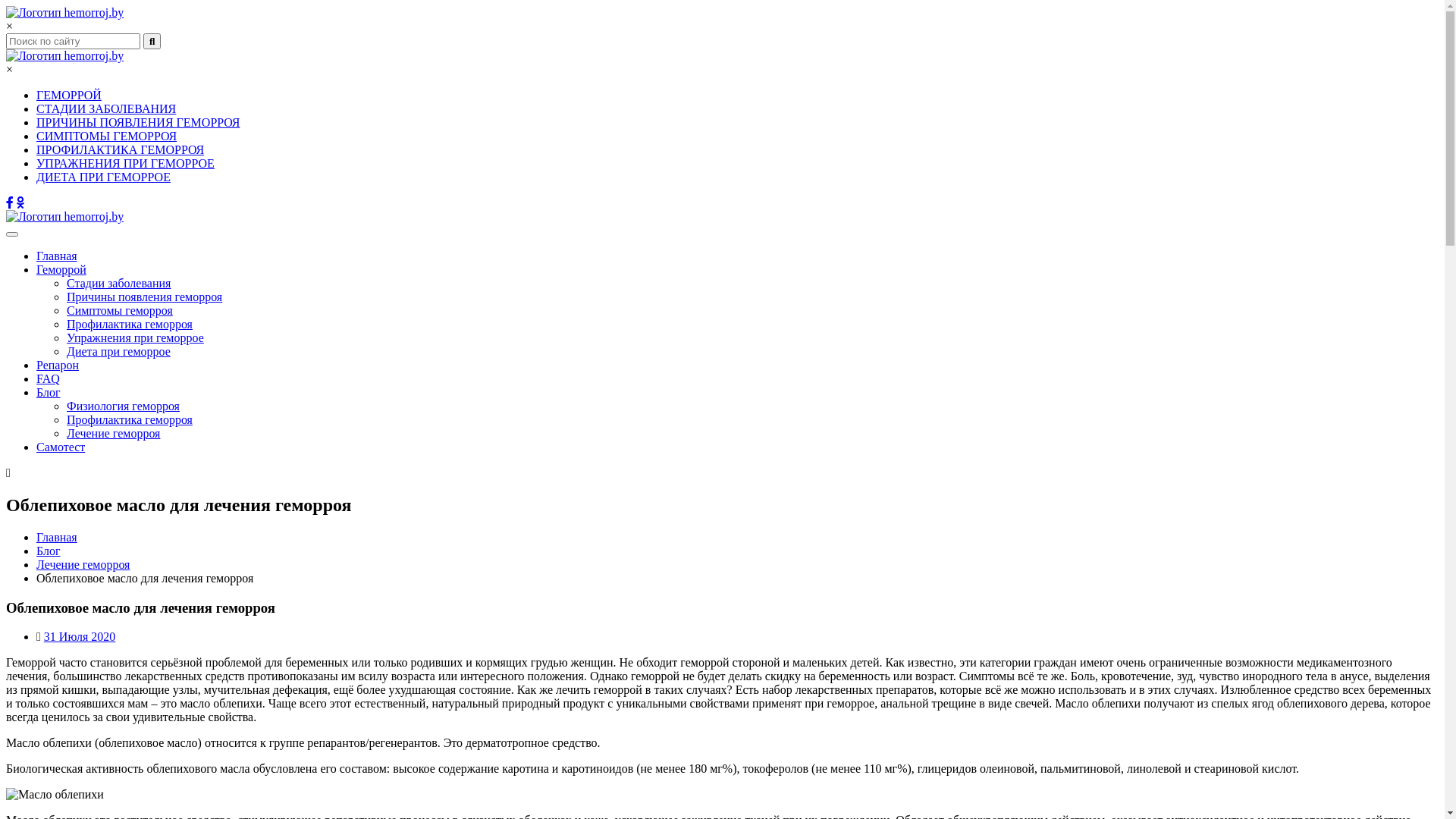  What do you see at coordinates (48, 378) in the screenshot?
I see `'FAQ'` at bounding box center [48, 378].